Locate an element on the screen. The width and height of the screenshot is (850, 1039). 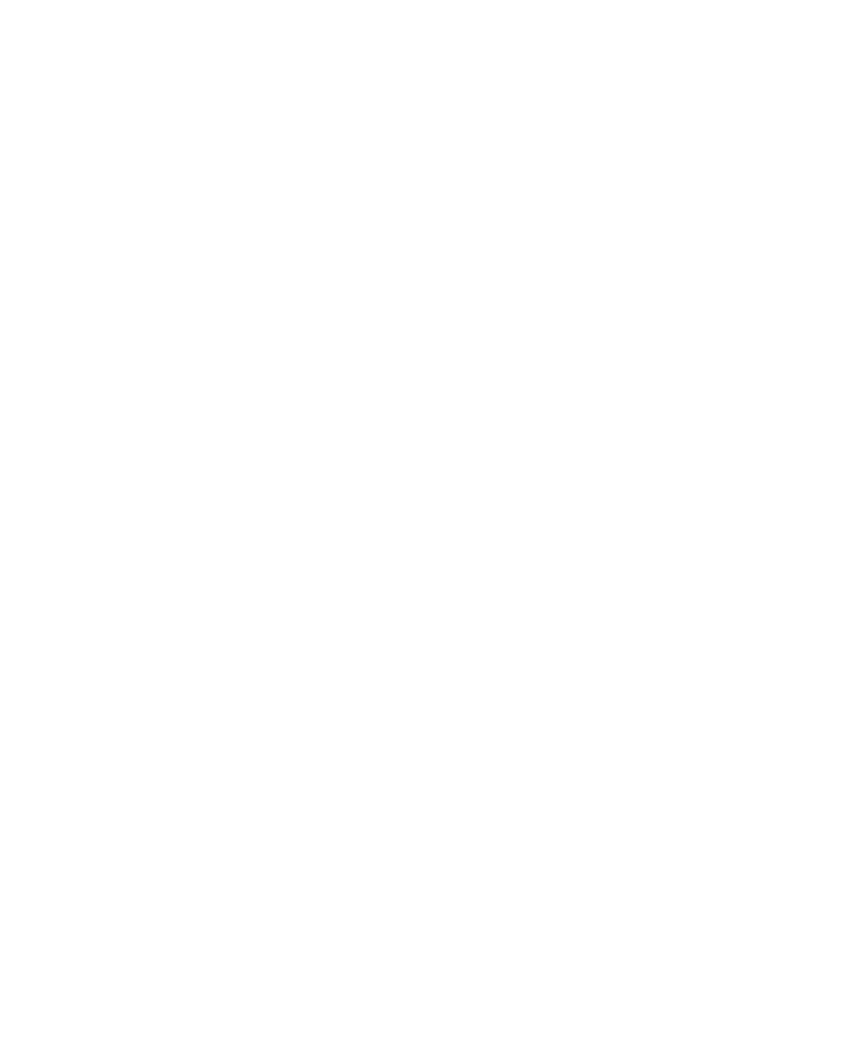
'October 2015' is located at coordinates (89, 637).